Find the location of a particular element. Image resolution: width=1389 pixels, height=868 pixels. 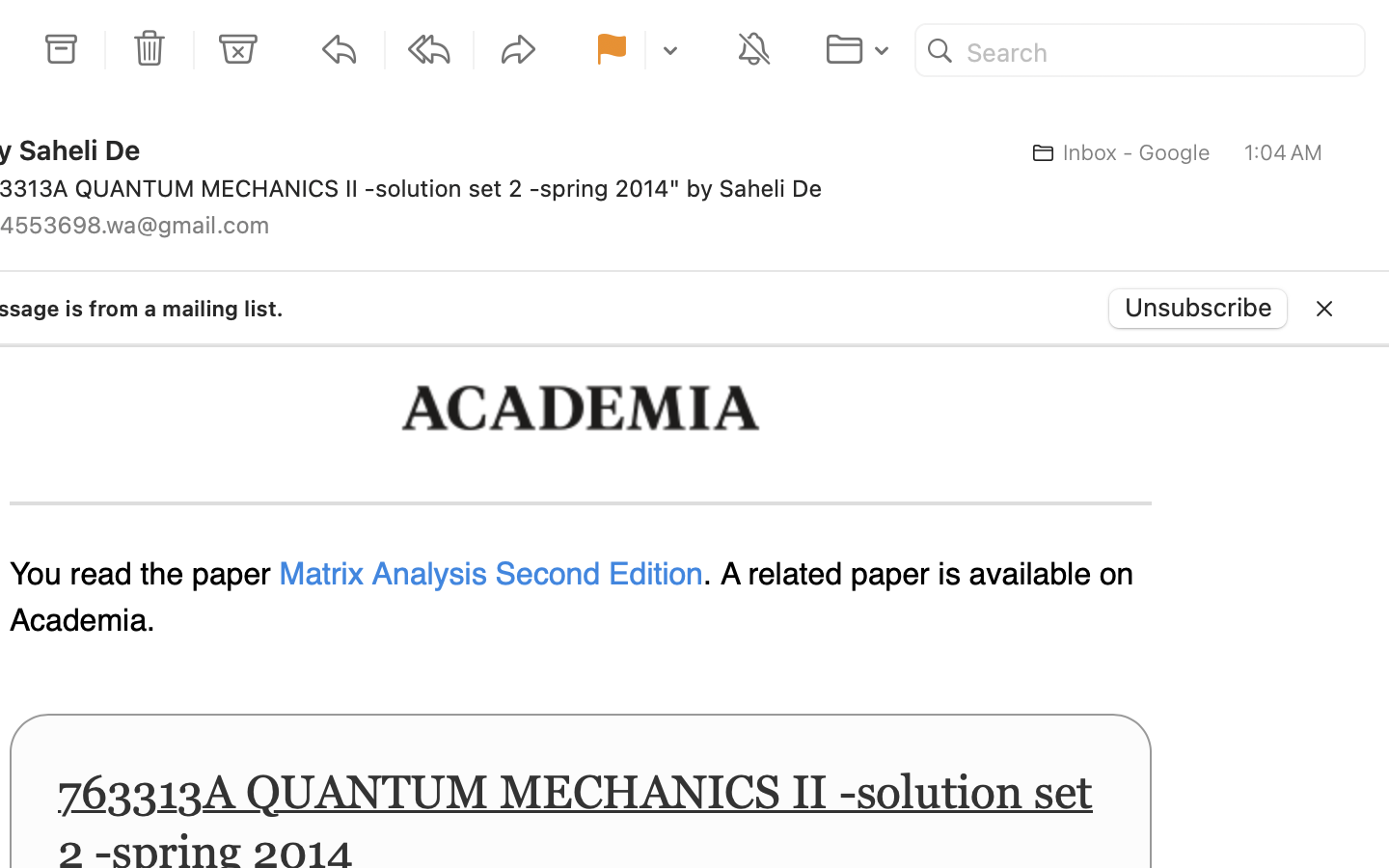

'. A related paper is available on Academia.' is located at coordinates (571, 598).